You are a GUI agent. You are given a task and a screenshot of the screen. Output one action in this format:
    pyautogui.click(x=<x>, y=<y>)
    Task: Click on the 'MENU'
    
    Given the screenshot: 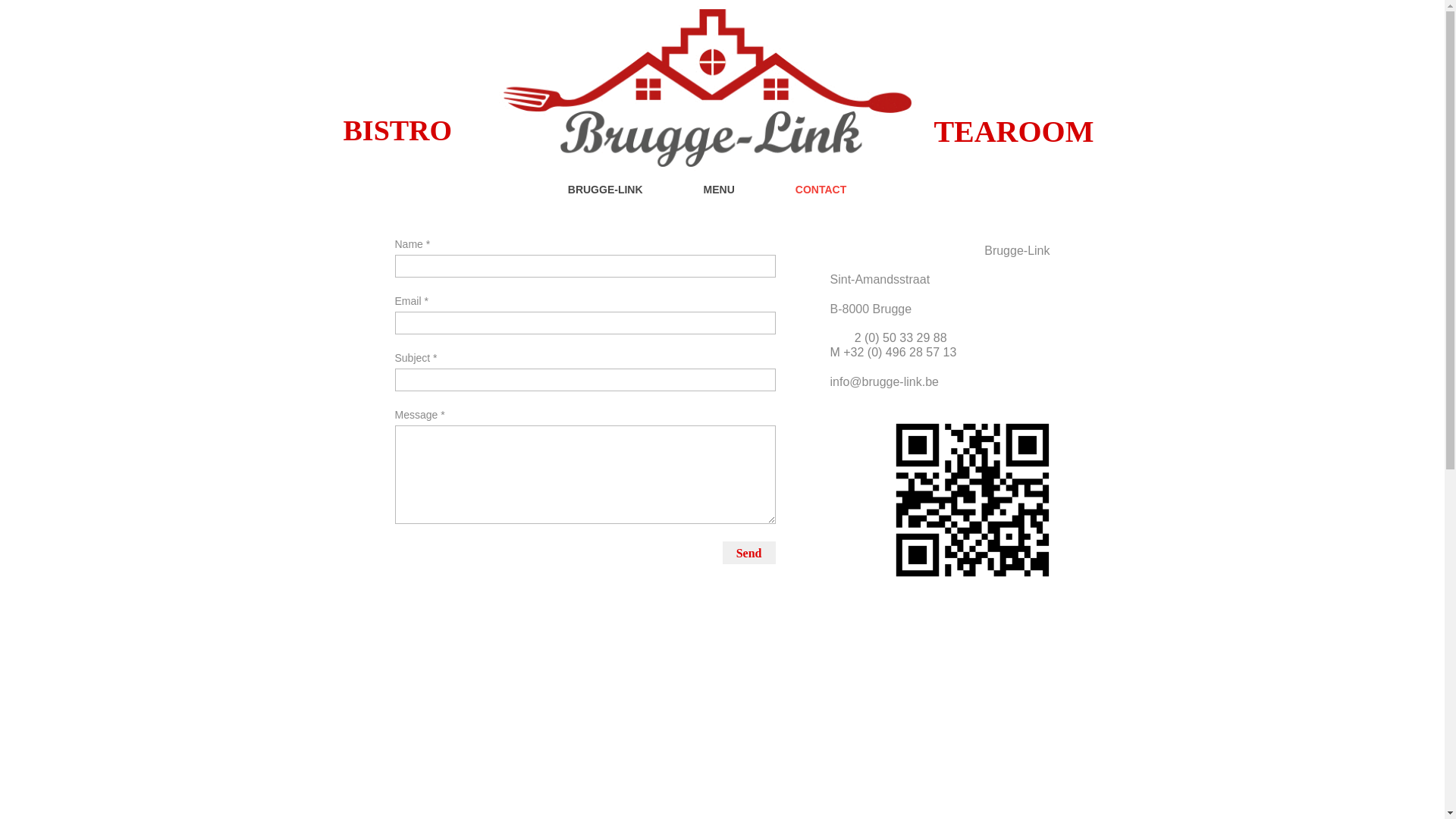 What is the action you would take?
    pyautogui.click(x=734, y=195)
    